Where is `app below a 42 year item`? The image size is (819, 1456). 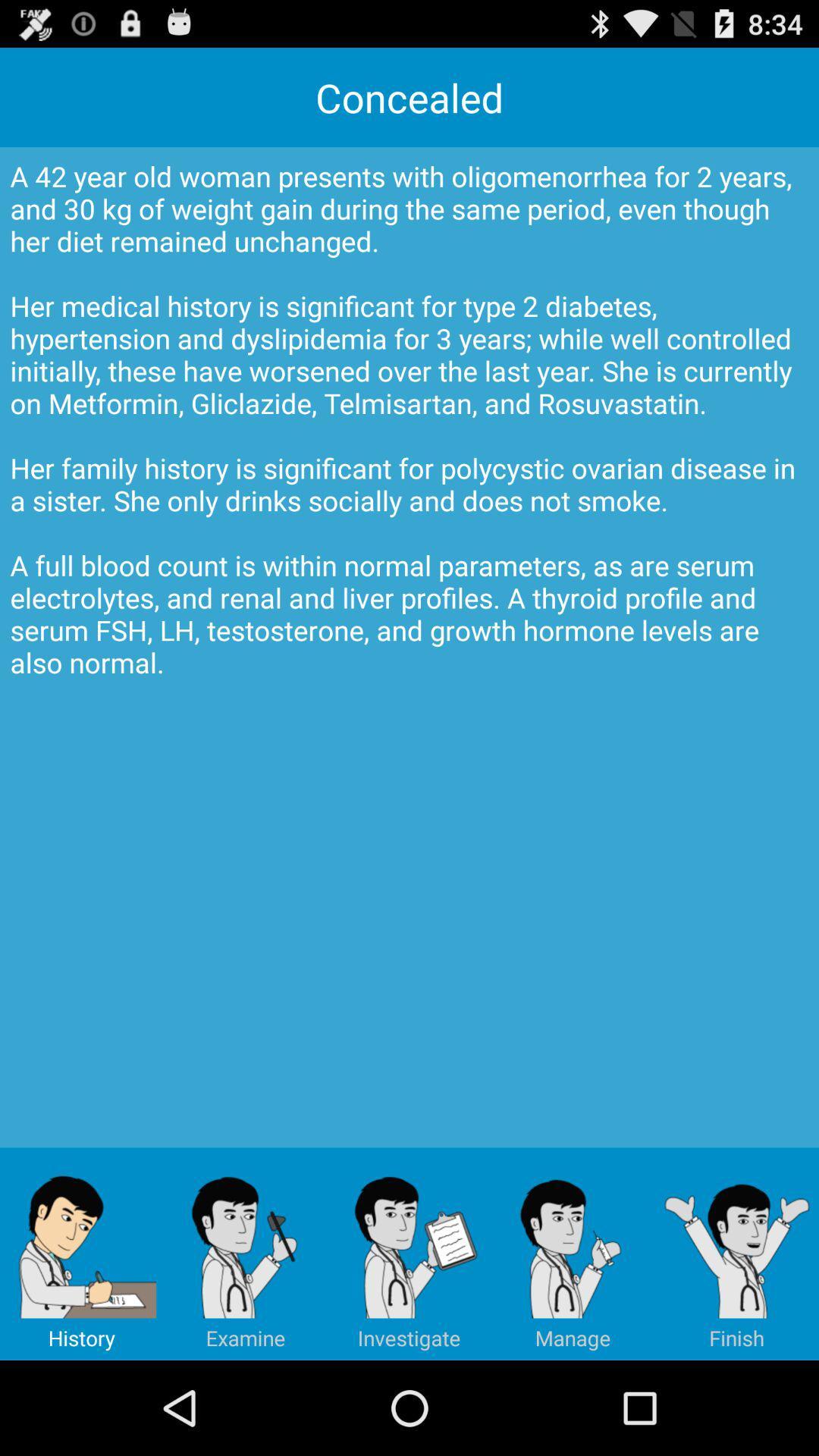
app below a 42 year item is located at coordinates (573, 1254).